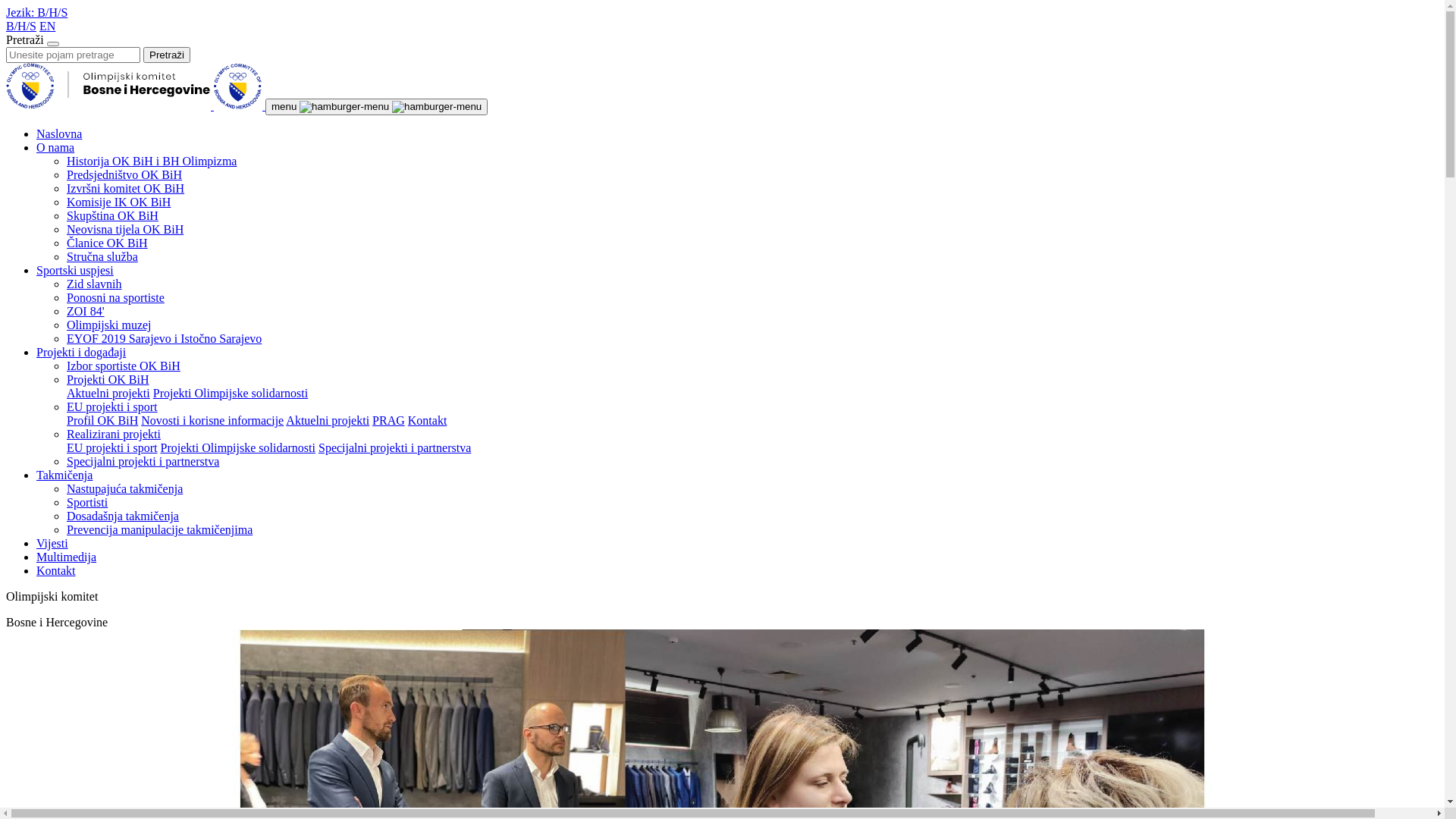  Describe the element at coordinates (111, 447) in the screenshot. I see `'EU projekti i sport'` at that location.